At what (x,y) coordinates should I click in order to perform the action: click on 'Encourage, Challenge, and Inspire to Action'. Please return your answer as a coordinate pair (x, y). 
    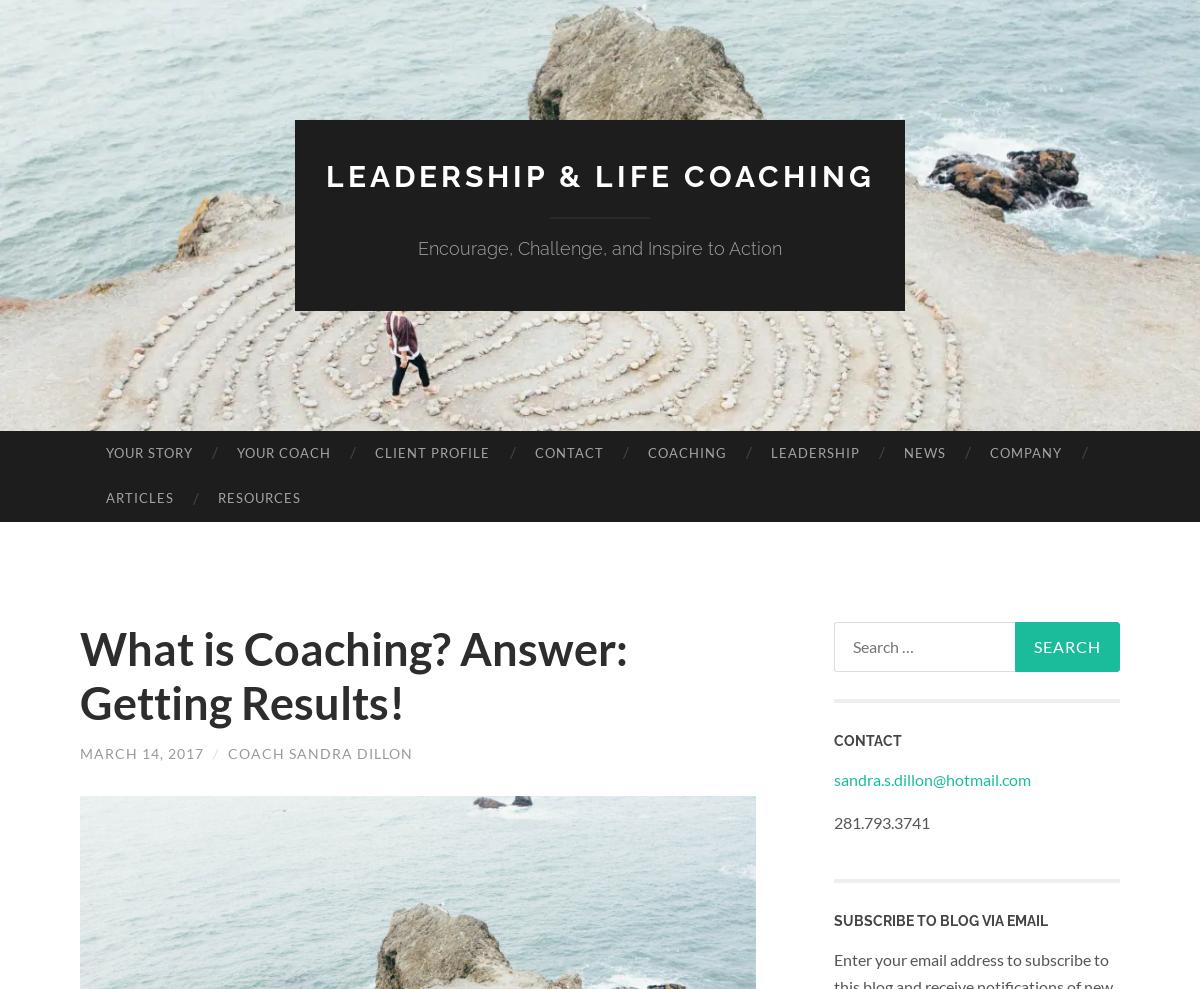
    Looking at the image, I should click on (600, 247).